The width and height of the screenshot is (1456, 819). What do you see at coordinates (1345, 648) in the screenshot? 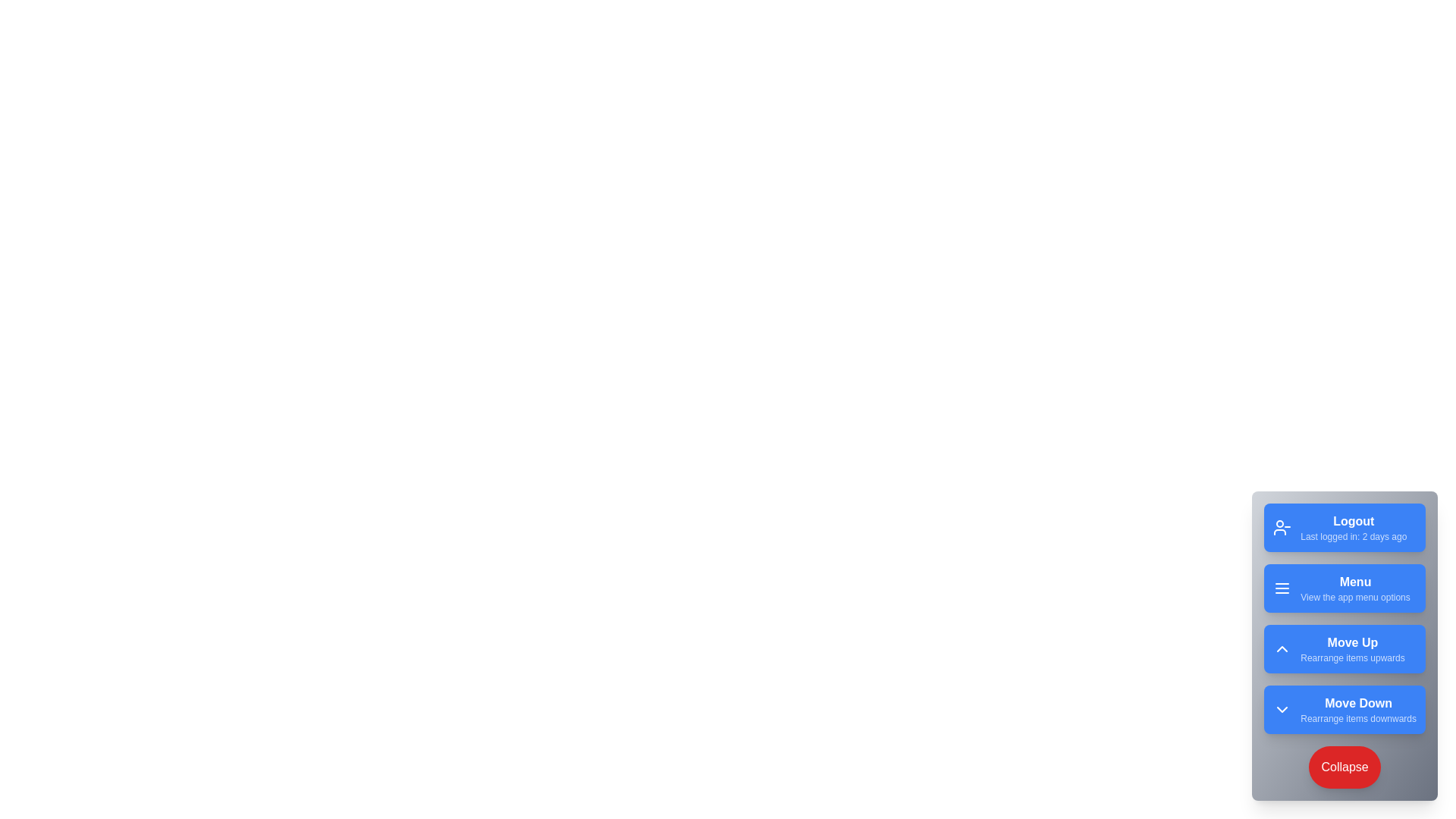
I see `the button that rearranges items upwards in the list, located centrally within the vertical stack of action buttons, specifically the third button below 'Logout' and 'Menu', and above 'Move Down'` at bounding box center [1345, 648].